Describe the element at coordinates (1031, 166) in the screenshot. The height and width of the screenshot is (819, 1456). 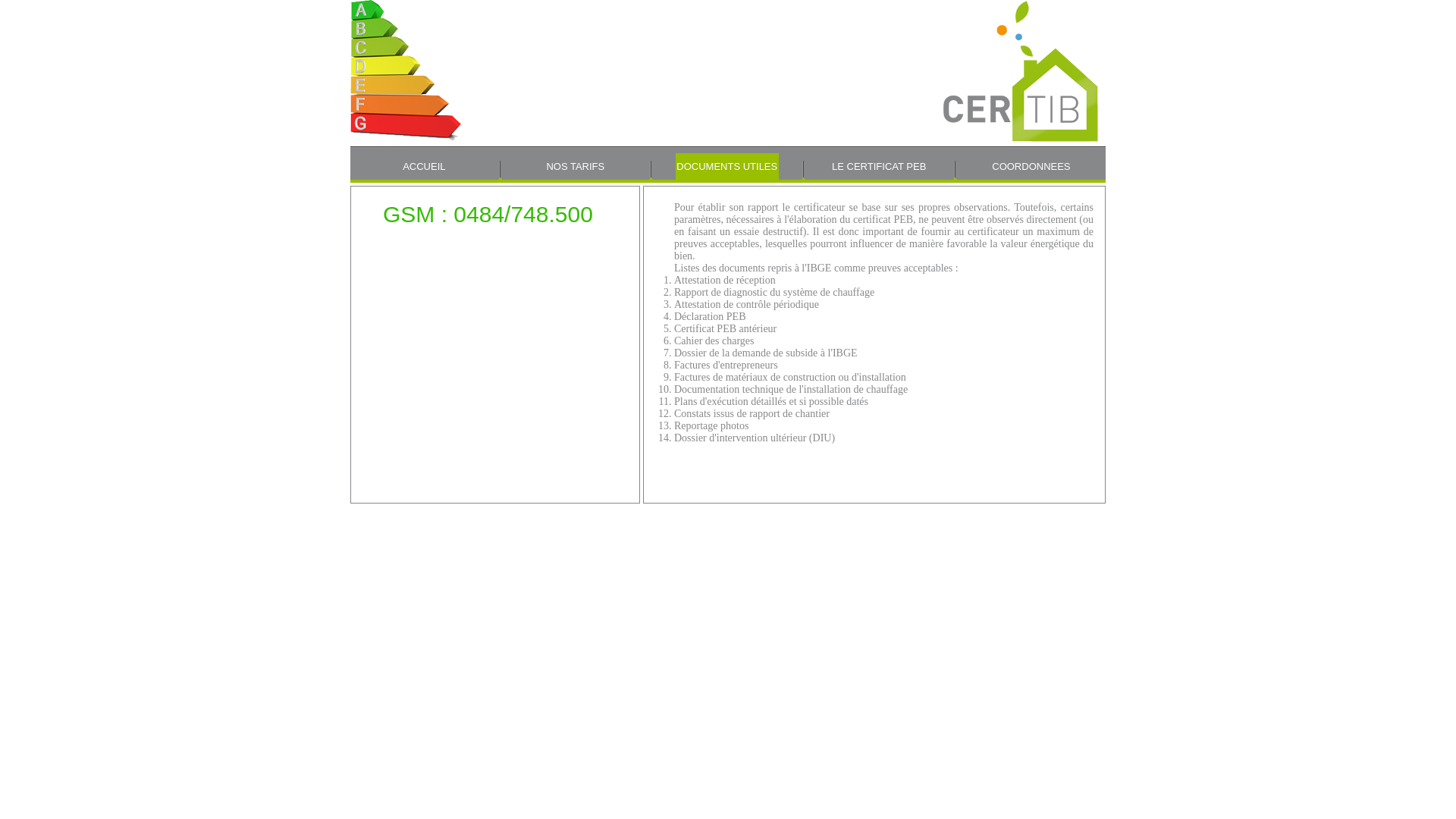
I see `'COORDONNEES'` at that location.